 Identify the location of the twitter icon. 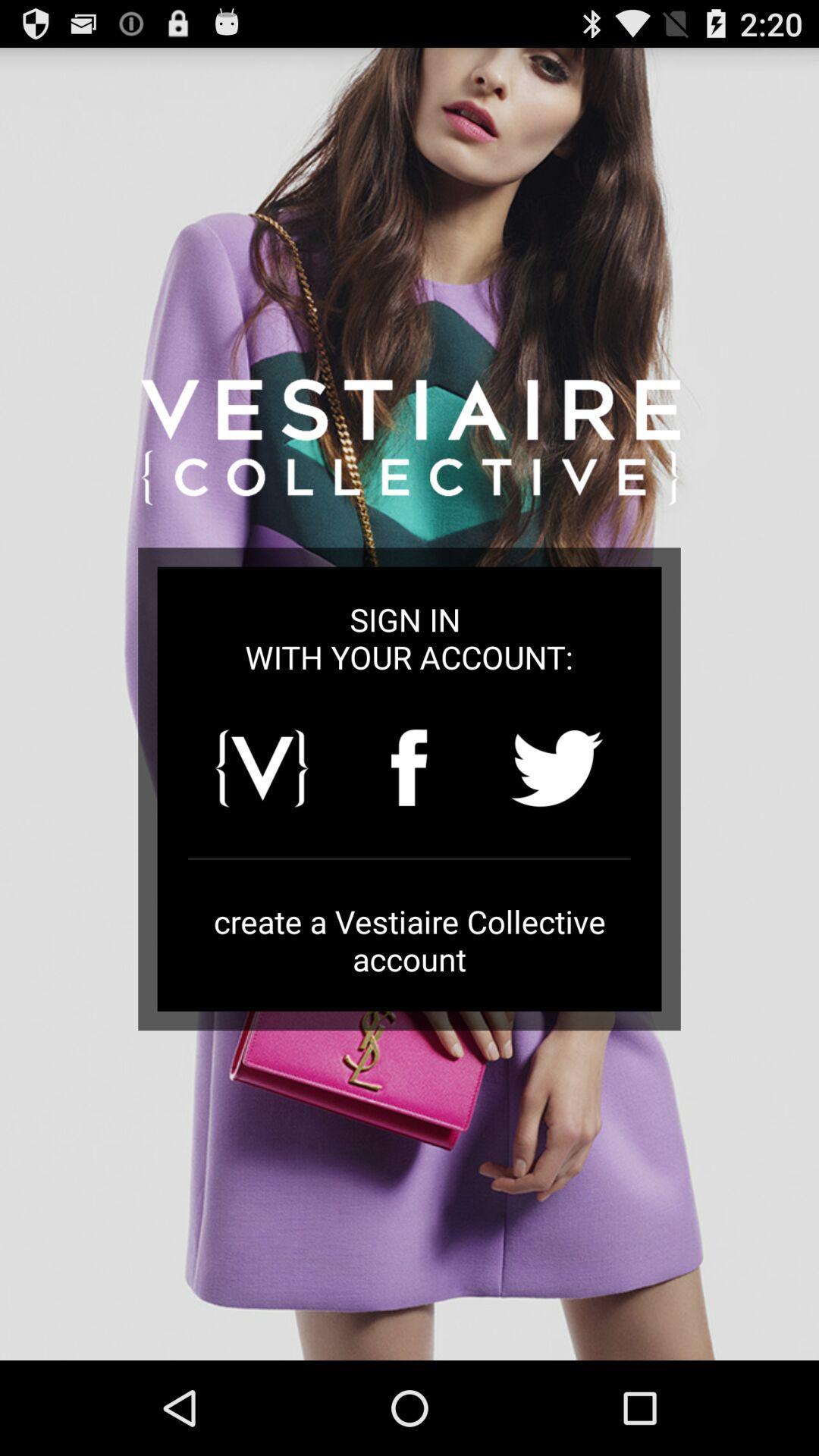
(557, 821).